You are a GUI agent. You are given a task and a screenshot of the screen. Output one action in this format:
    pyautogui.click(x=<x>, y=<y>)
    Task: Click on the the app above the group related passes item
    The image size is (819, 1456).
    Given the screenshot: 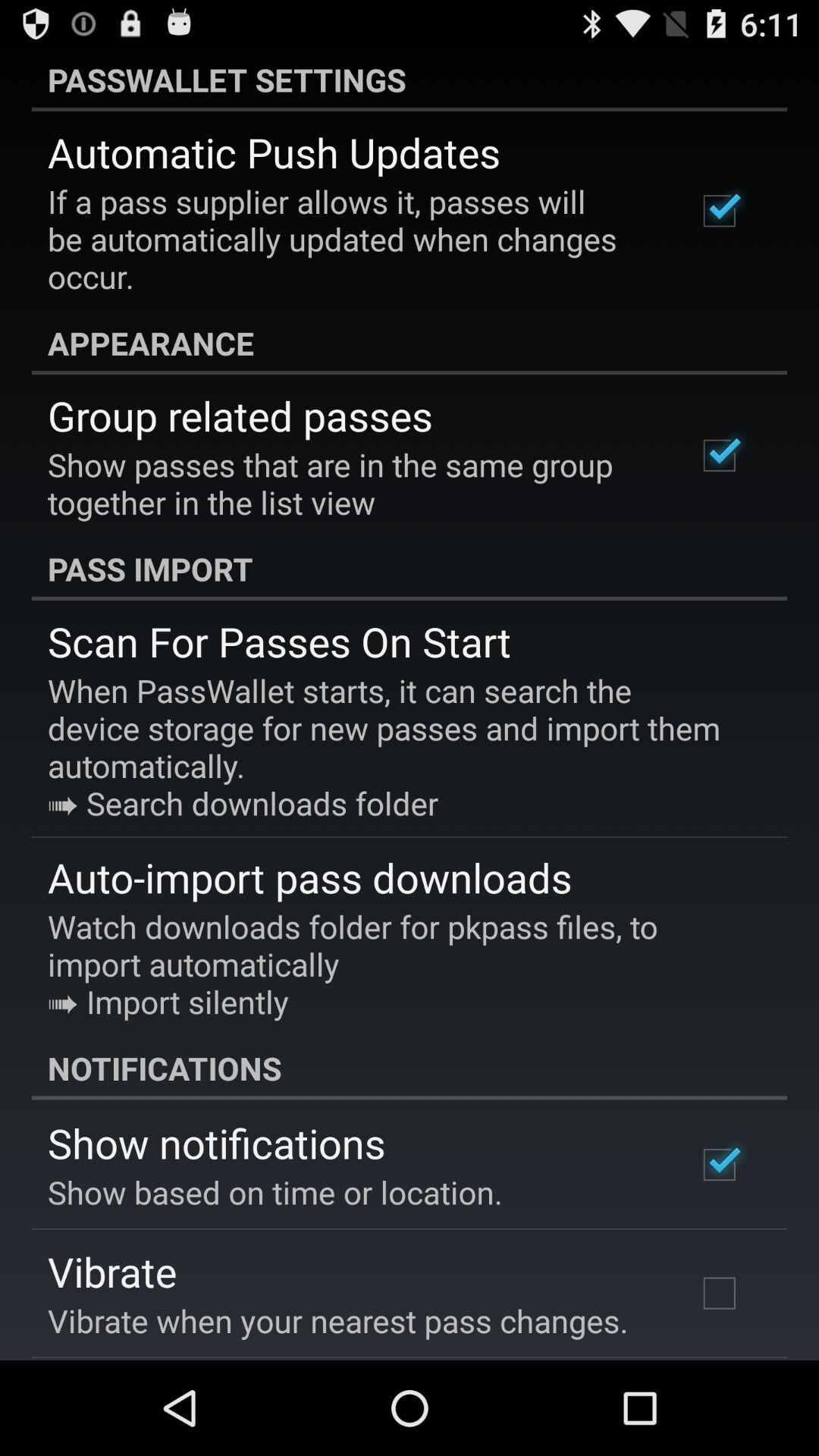 What is the action you would take?
    pyautogui.click(x=409, y=342)
    